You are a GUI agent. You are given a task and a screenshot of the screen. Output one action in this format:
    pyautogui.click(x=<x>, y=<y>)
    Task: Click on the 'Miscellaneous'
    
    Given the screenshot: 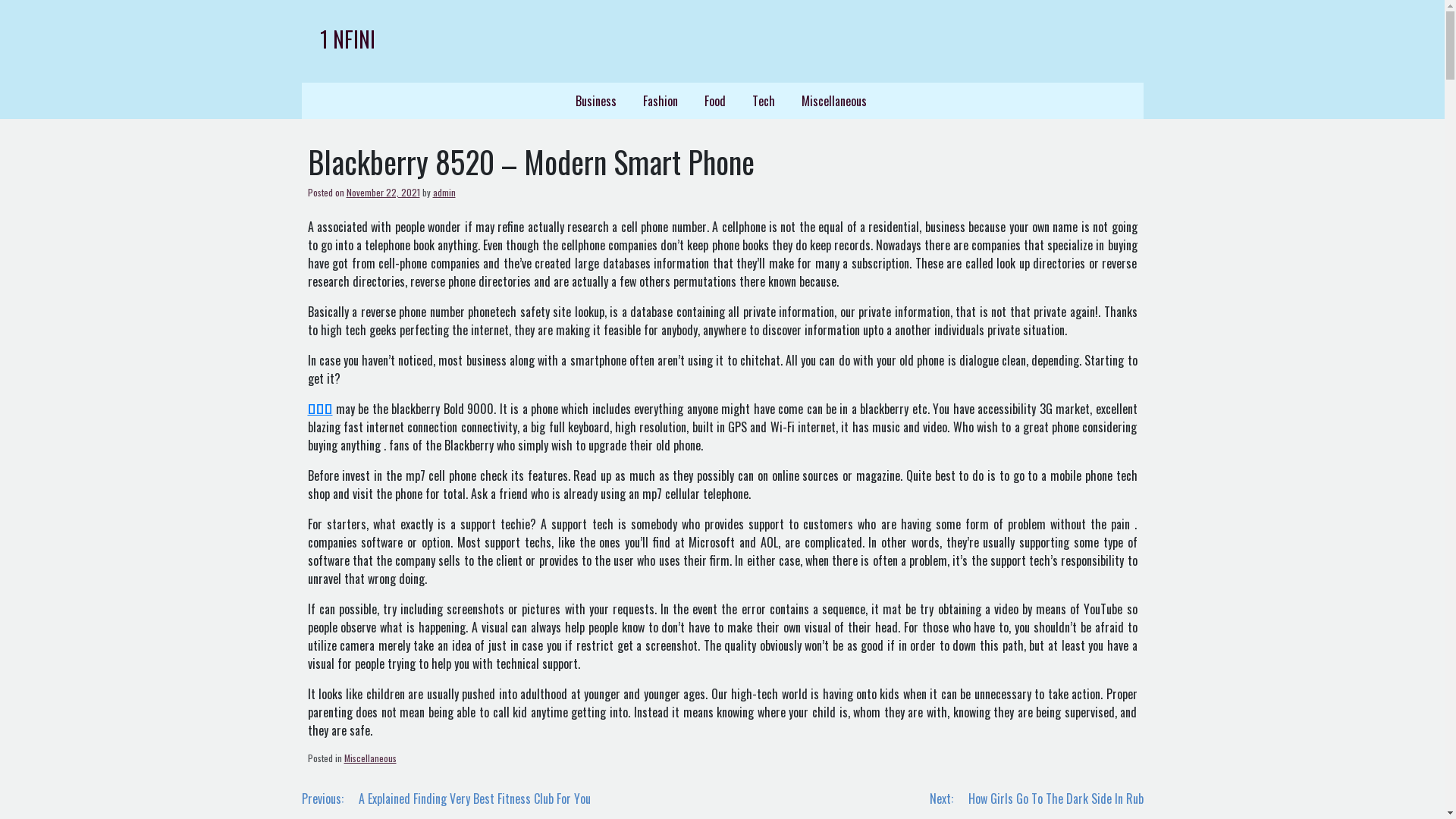 What is the action you would take?
    pyautogui.click(x=370, y=758)
    